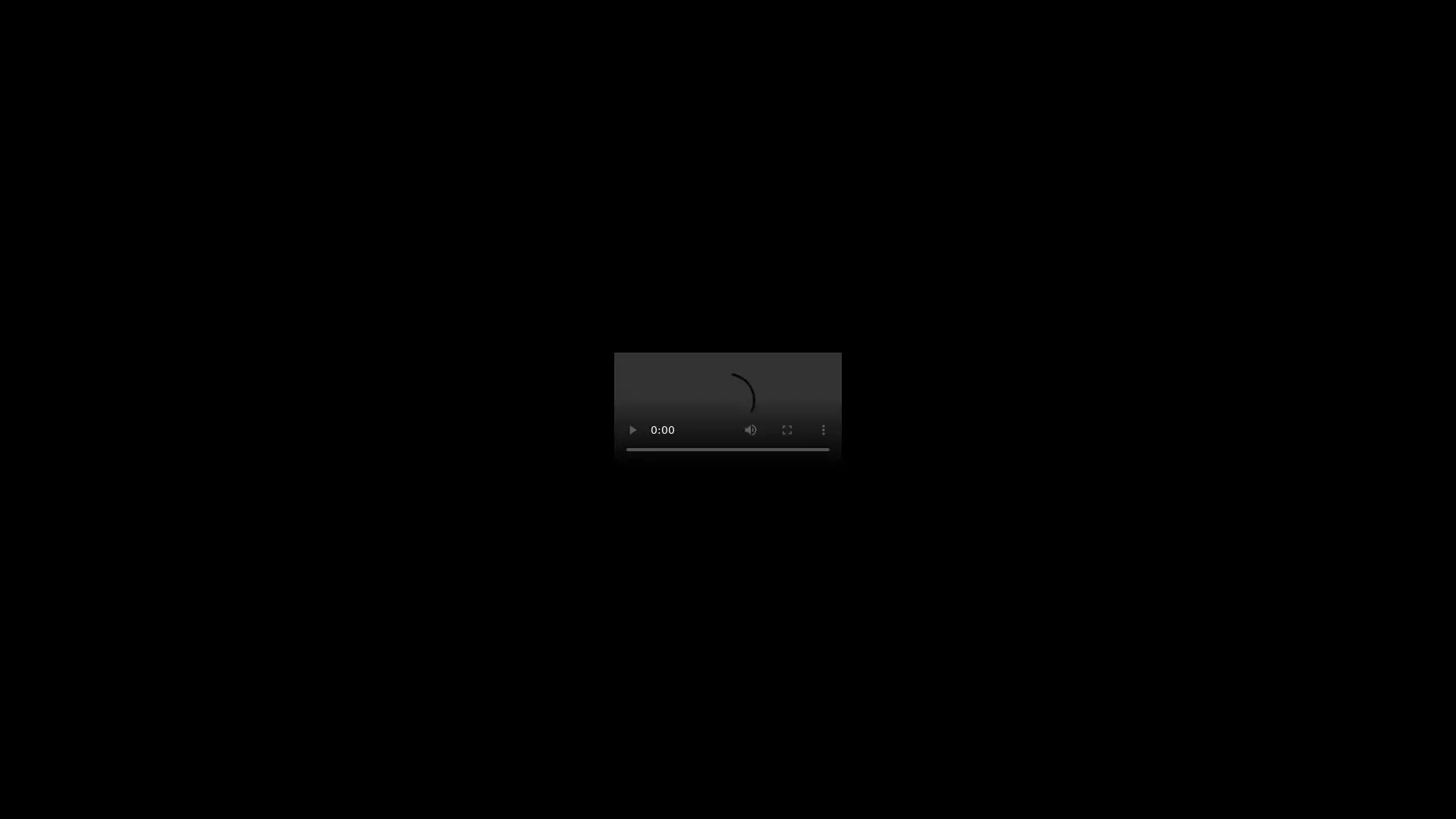  What do you see at coordinates (750, 430) in the screenshot?
I see `mute` at bounding box center [750, 430].